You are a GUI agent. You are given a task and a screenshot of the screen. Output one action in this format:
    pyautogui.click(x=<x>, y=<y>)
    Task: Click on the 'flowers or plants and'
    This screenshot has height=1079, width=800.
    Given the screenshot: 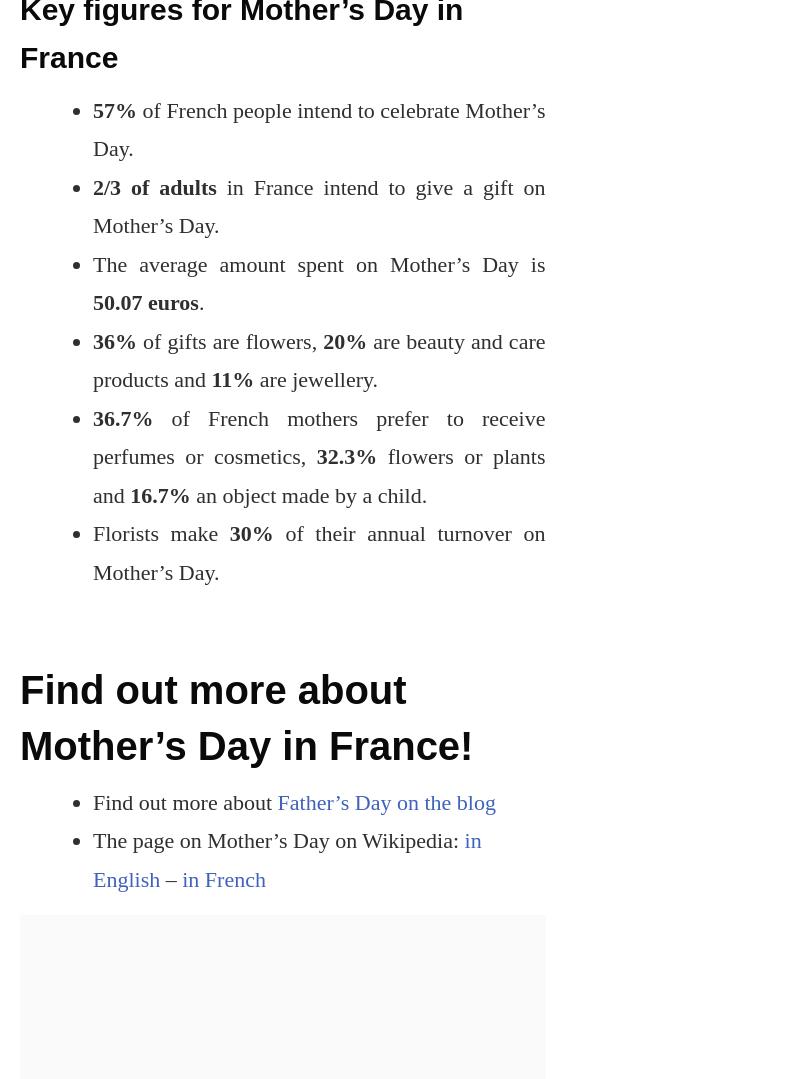 What is the action you would take?
    pyautogui.click(x=317, y=474)
    